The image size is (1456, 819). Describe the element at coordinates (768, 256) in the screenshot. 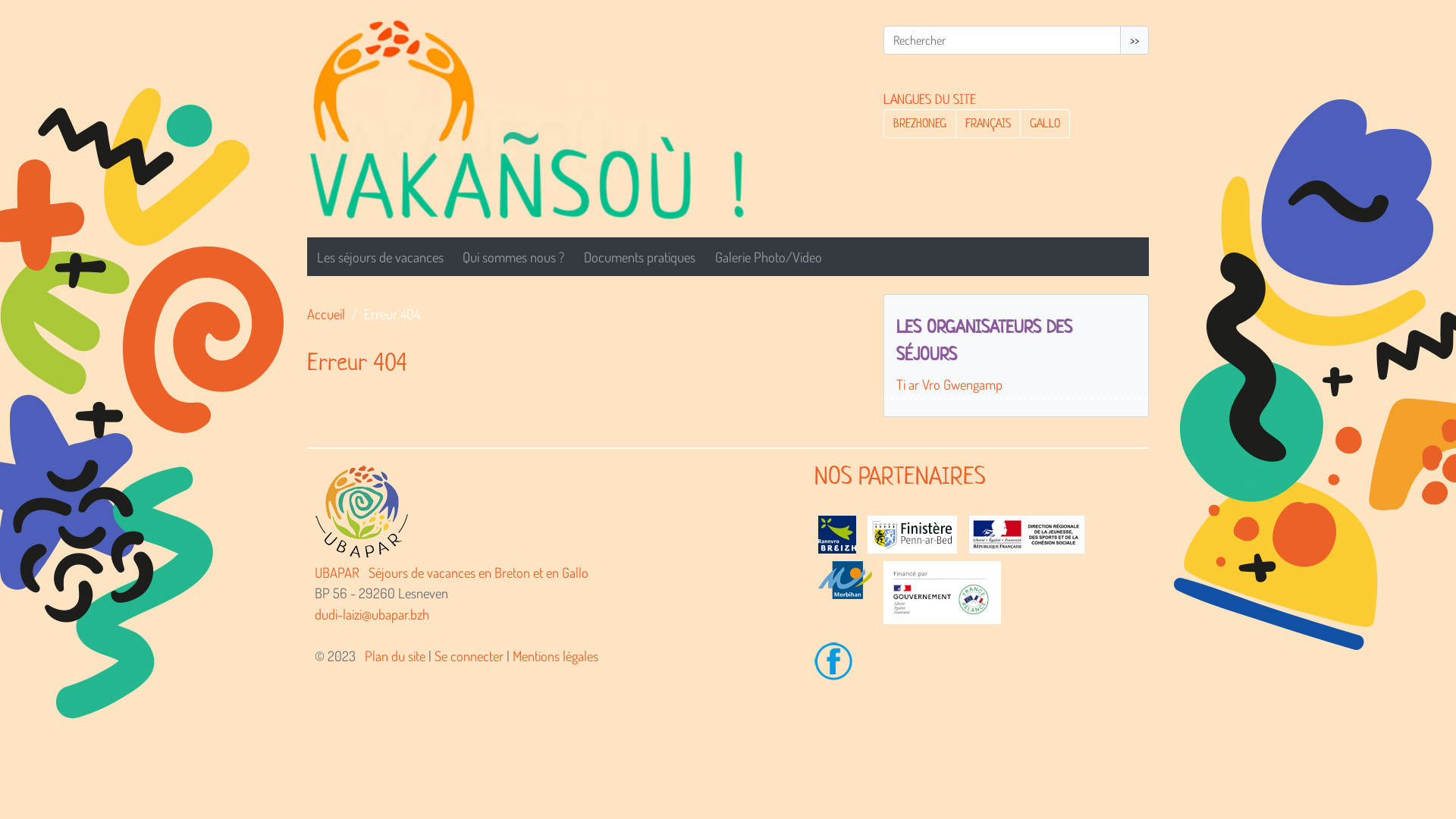

I see `'Galerie Photo/Video'` at that location.